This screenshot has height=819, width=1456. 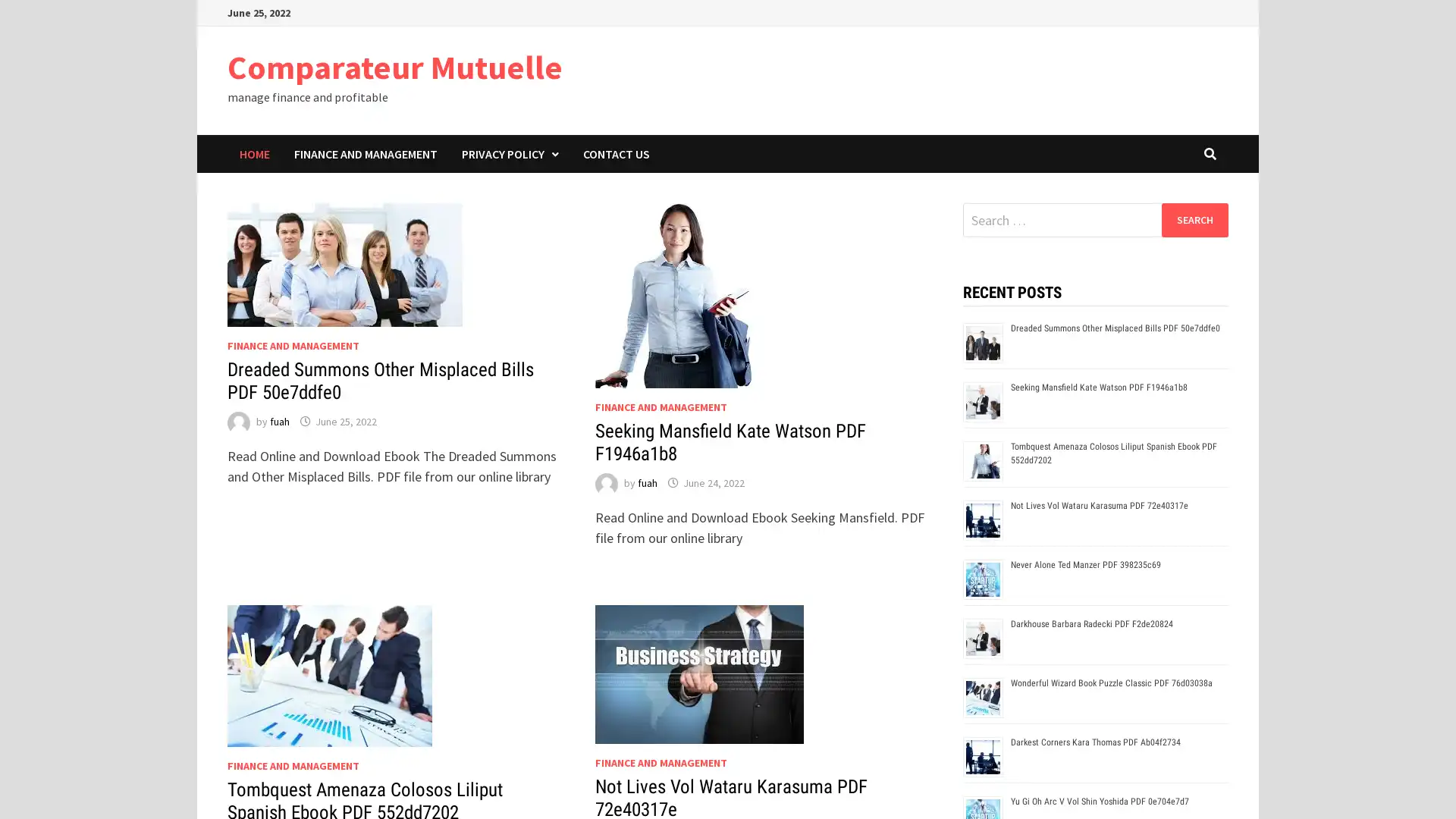 What do you see at coordinates (1194, 219) in the screenshot?
I see `Search` at bounding box center [1194, 219].